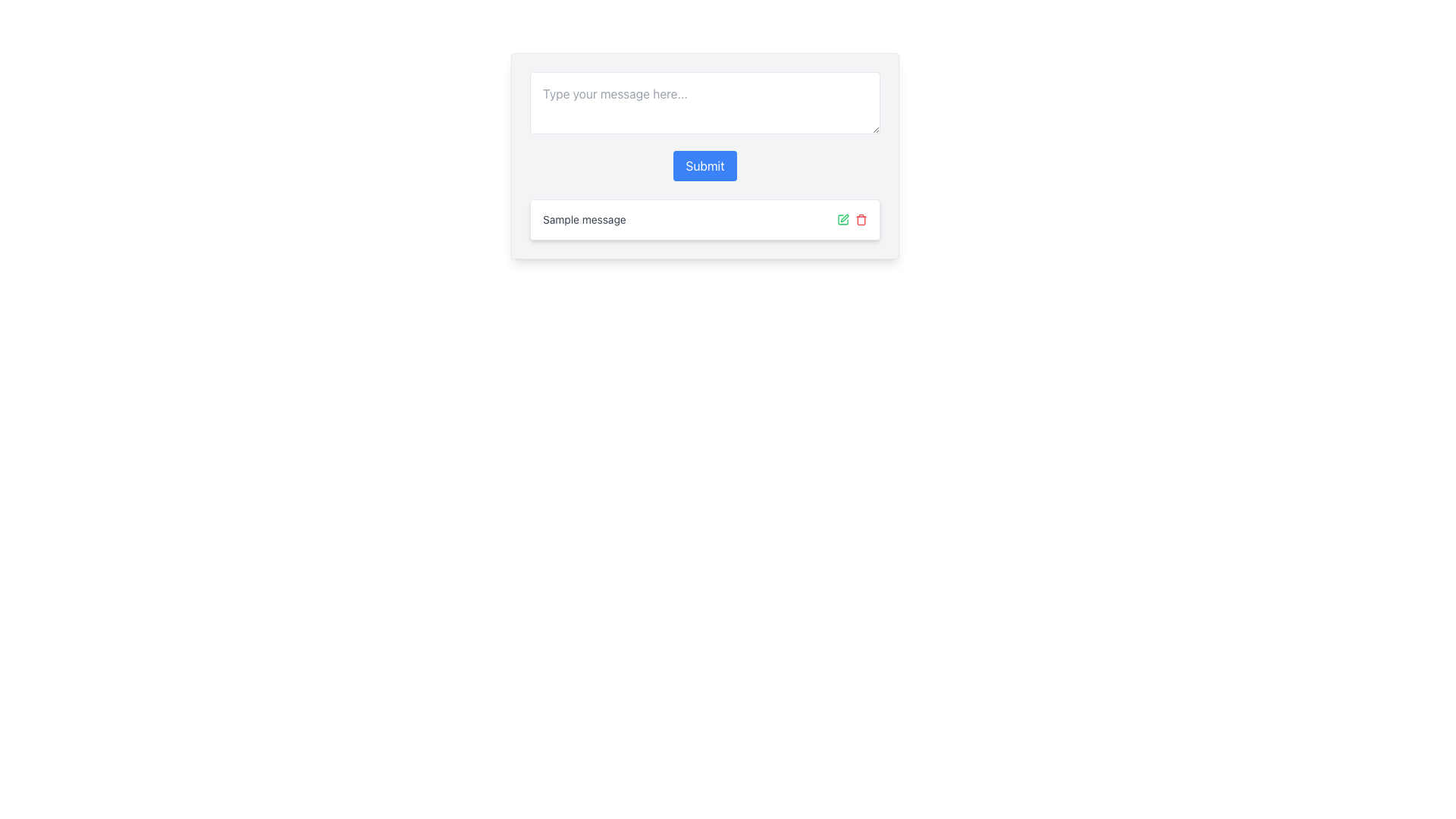 This screenshot has width=1456, height=819. I want to click on the red trash icon button located on the right side of the text box containing 'Sample message', so click(861, 219).